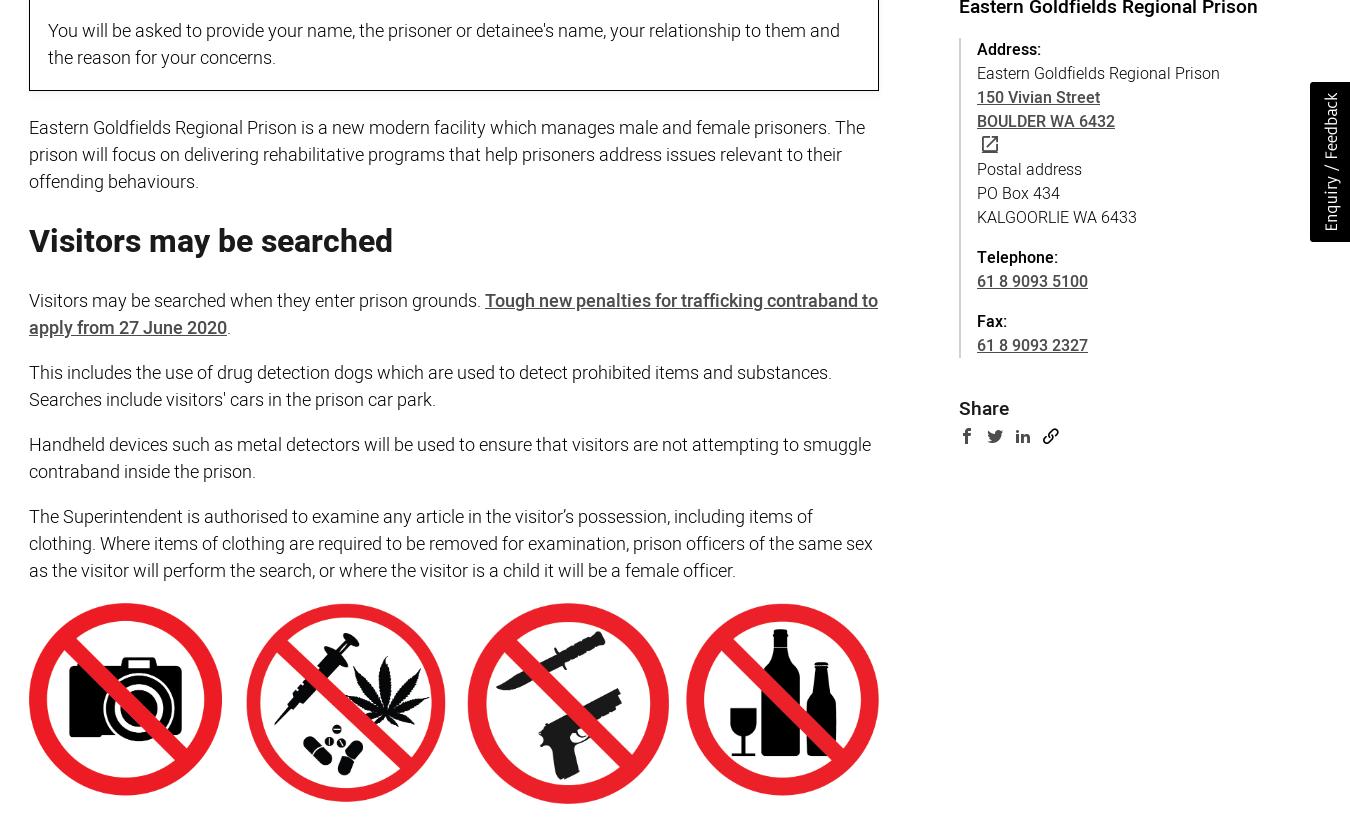  I want to click on '61 8 9093 2327', so click(1032, 344).